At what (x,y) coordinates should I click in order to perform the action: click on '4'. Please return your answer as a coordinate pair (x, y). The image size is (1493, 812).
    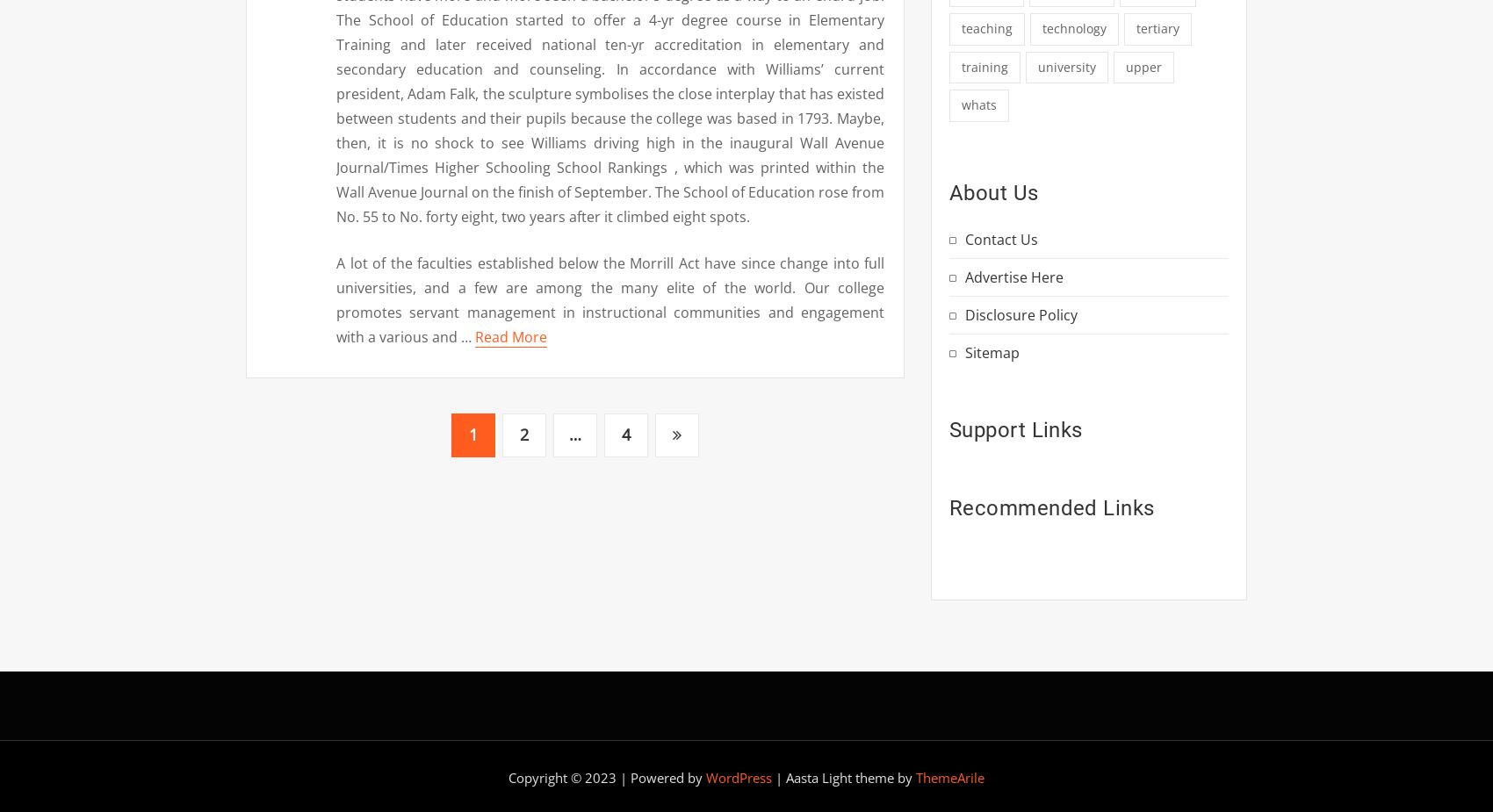
    Looking at the image, I should click on (625, 434).